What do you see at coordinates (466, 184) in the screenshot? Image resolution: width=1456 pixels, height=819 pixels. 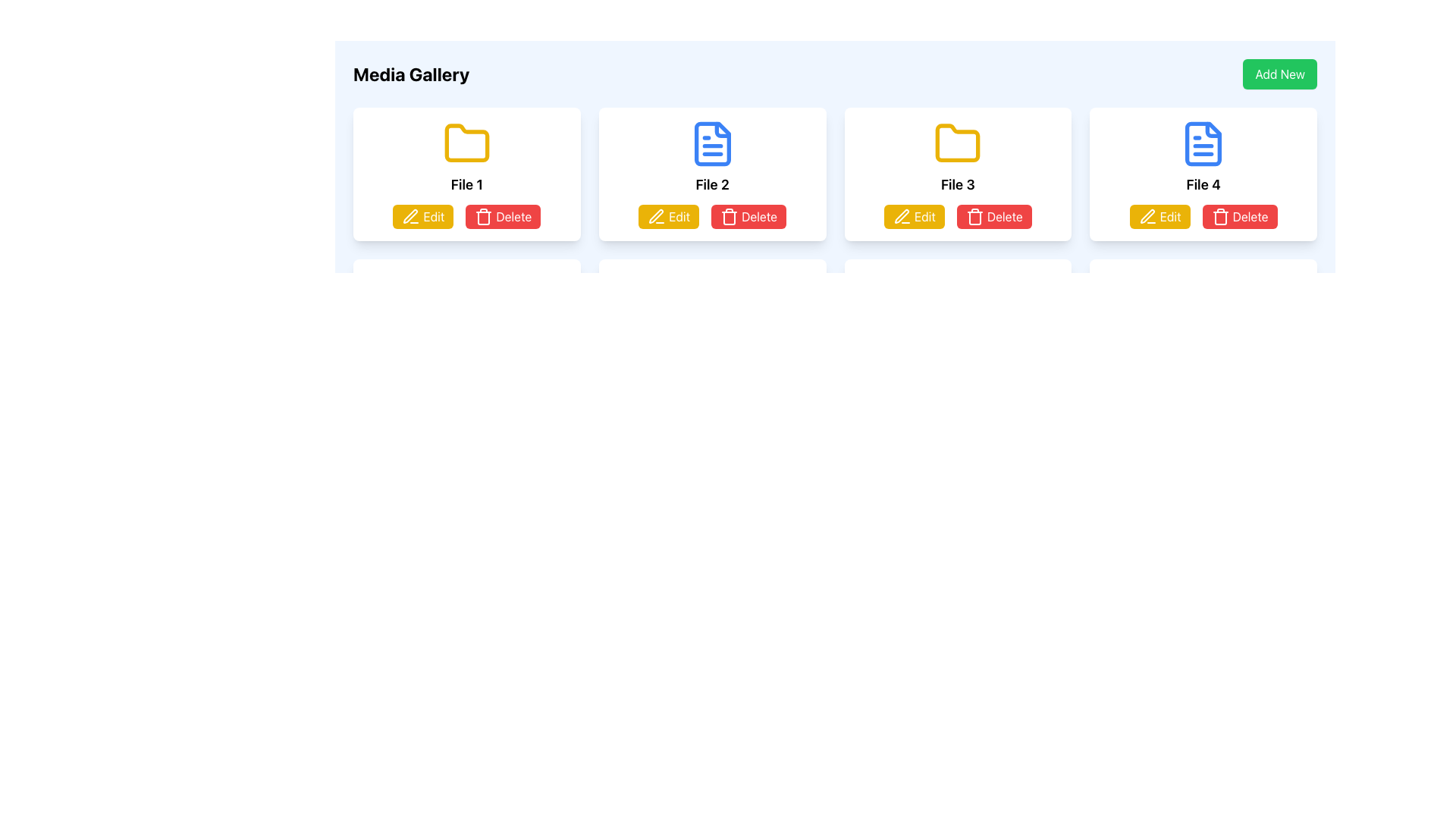 I see `the static text label displaying 'File 1', which is located directly below a yellow folder icon in a white card interface` at bounding box center [466, 184].